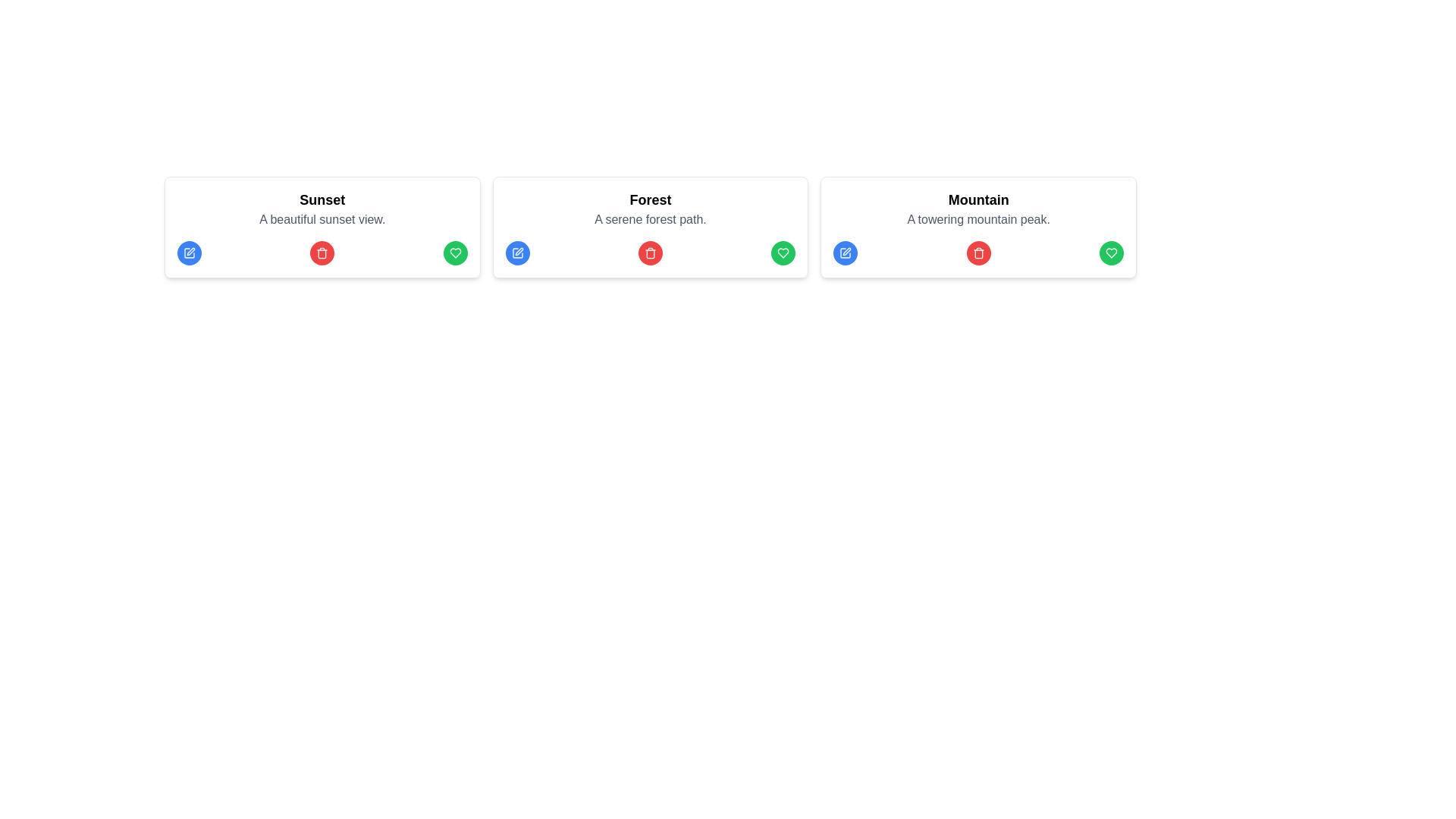 The width and height of the screenshot is (1456, 819). What do you see at coordinates (978, 253) in the screenshot?
I see `the delete icon button within the red circular button located beneath the 'Mountain' card` at bounding box center [978, 253].